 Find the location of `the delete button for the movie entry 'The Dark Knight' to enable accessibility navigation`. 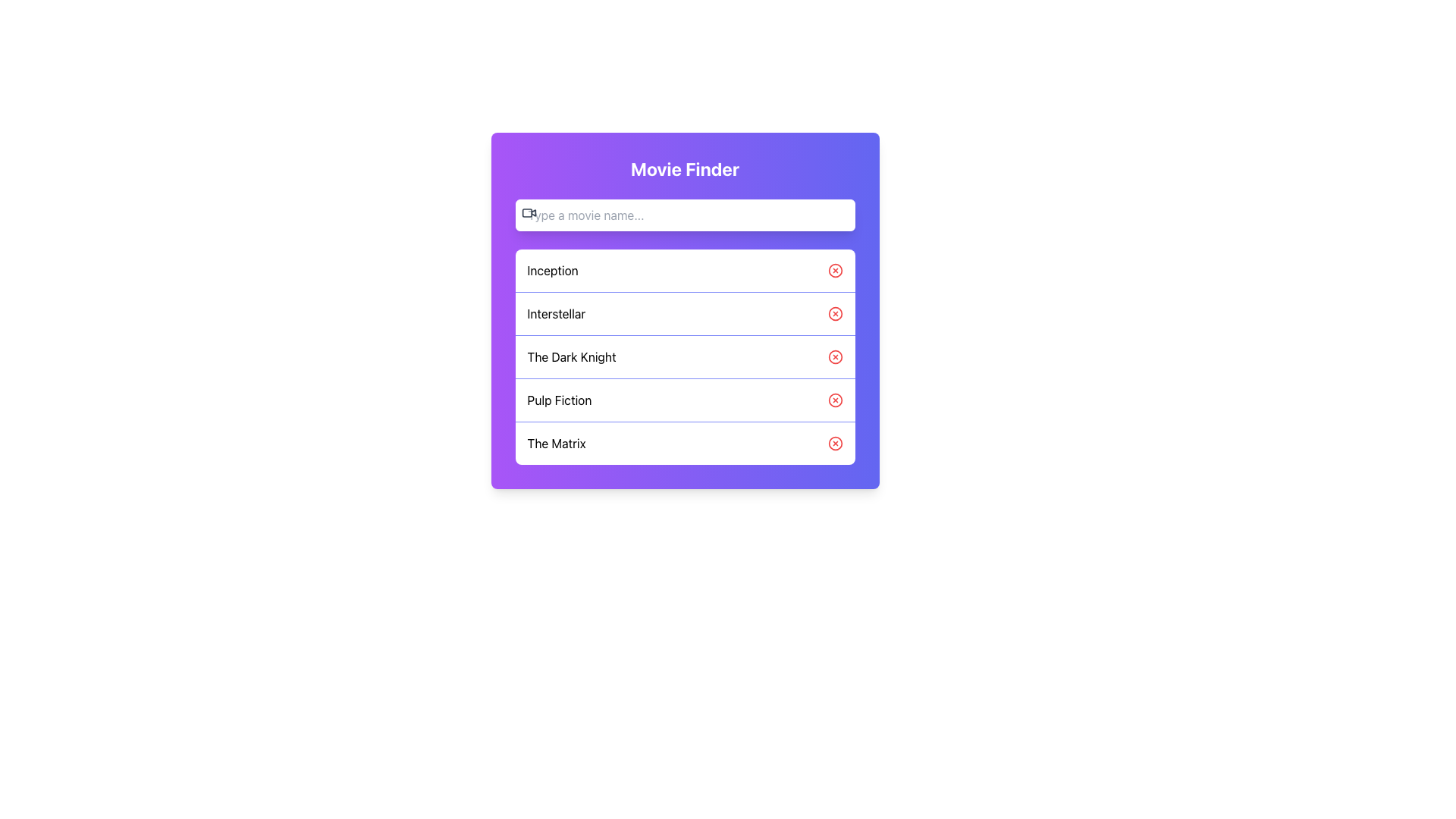

the delete button for the movie entry 'The Dark Knight' to enable accessibility navigation is located at coordinates (834, 356).